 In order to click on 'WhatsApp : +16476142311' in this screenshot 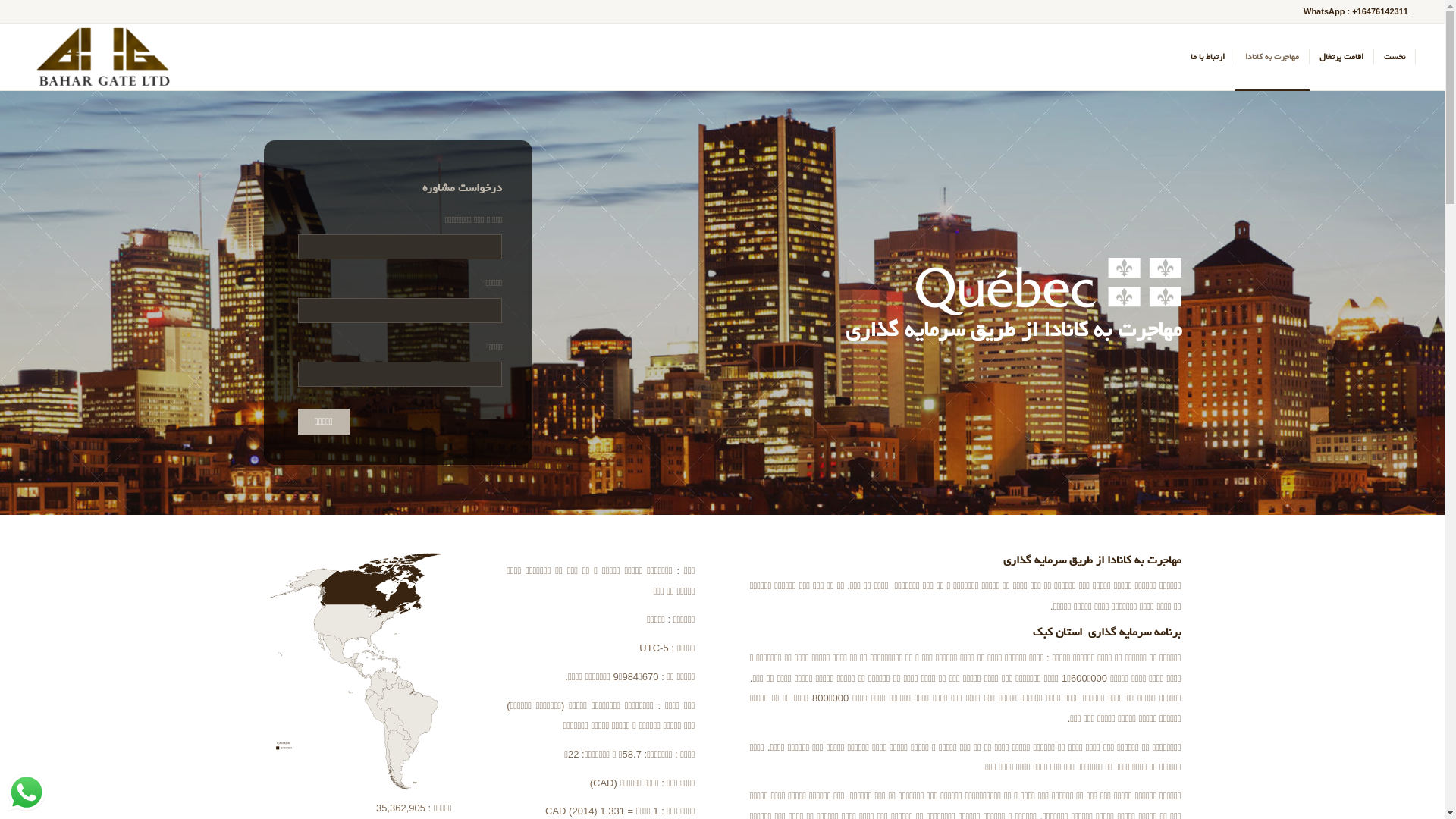, I will do `click(1355, 11)`.